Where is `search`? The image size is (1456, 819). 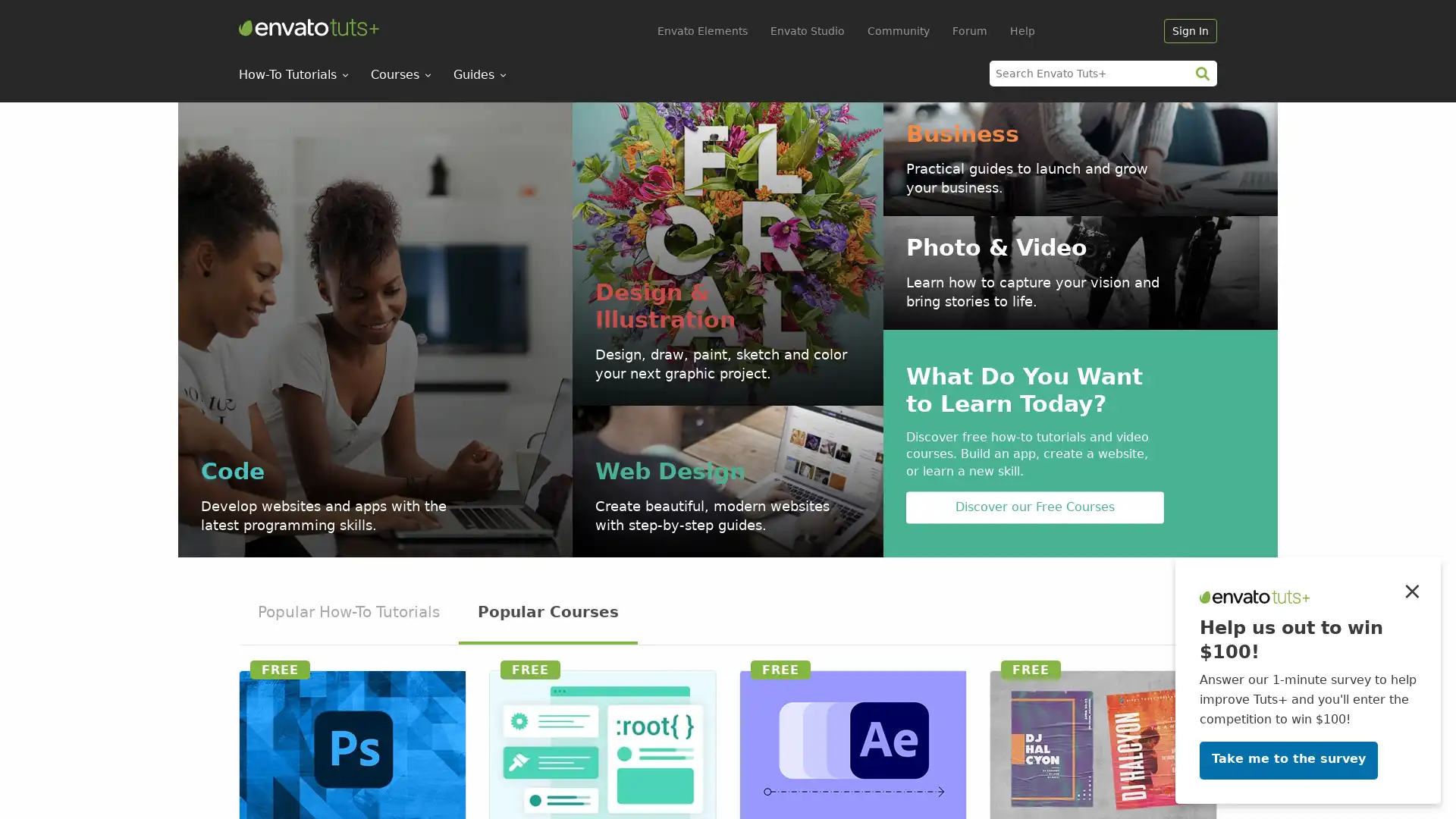
search is located at coordinates (1201, 73).